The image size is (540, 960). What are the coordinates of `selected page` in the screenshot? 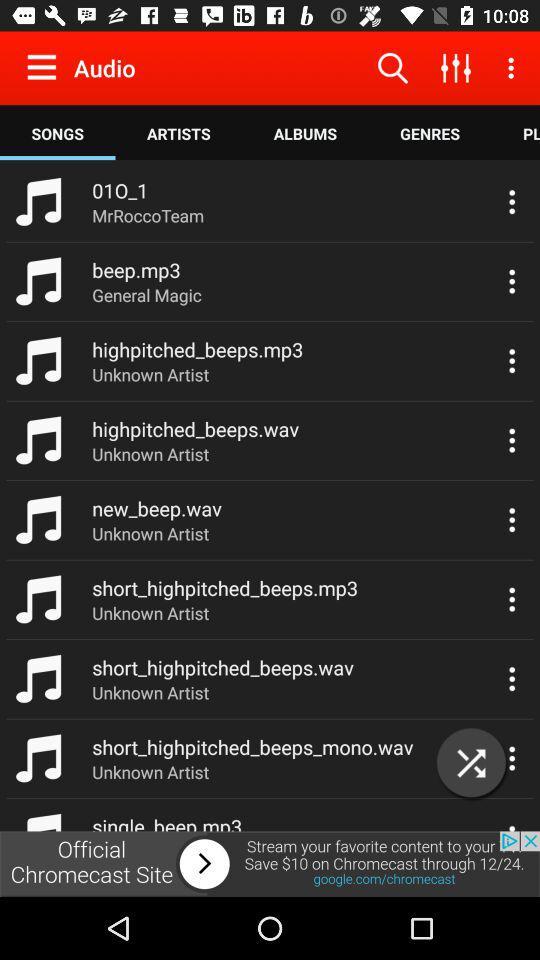 It's located at (471, 762).